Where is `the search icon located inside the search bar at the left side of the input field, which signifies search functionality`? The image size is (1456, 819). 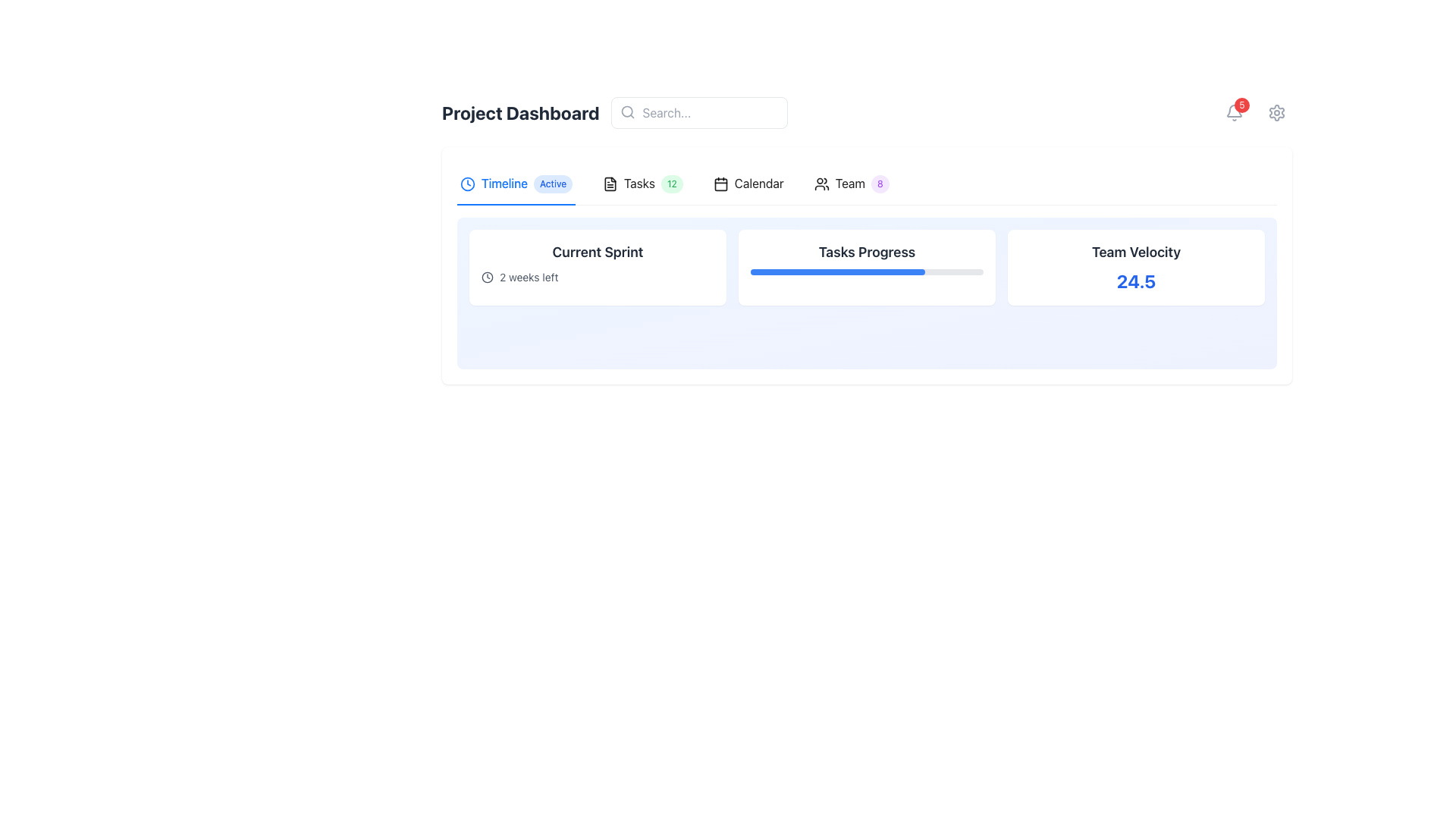 the search icon located inside the search bar at the left side of the input field, which signifies search functionality is located at coordinates (628, 111).